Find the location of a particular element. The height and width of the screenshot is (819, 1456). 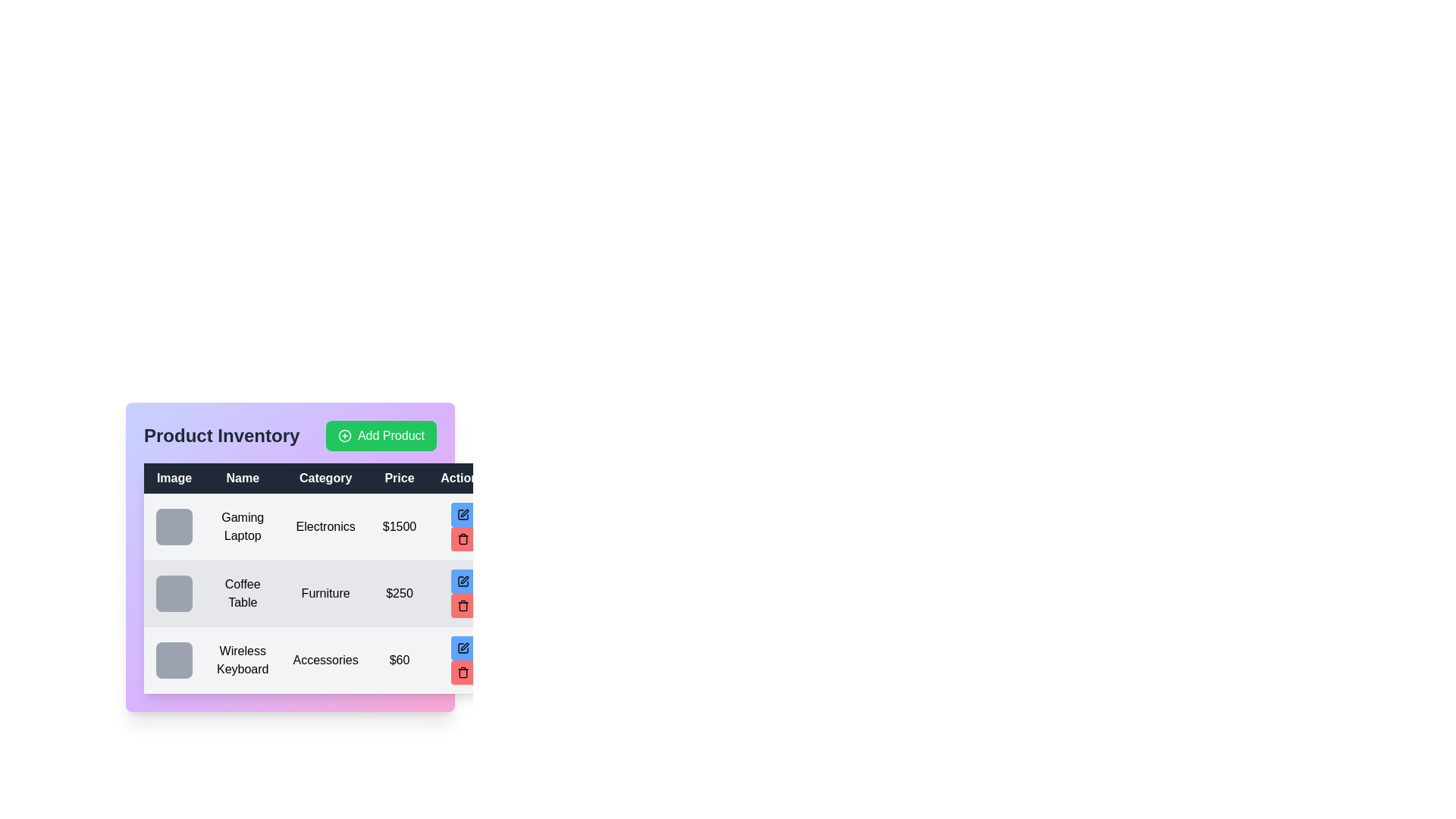

the static text label identifying the product name 'Coffee Table' located in the second row under the 'Name' column of the table is located at coordinates (243, 593).